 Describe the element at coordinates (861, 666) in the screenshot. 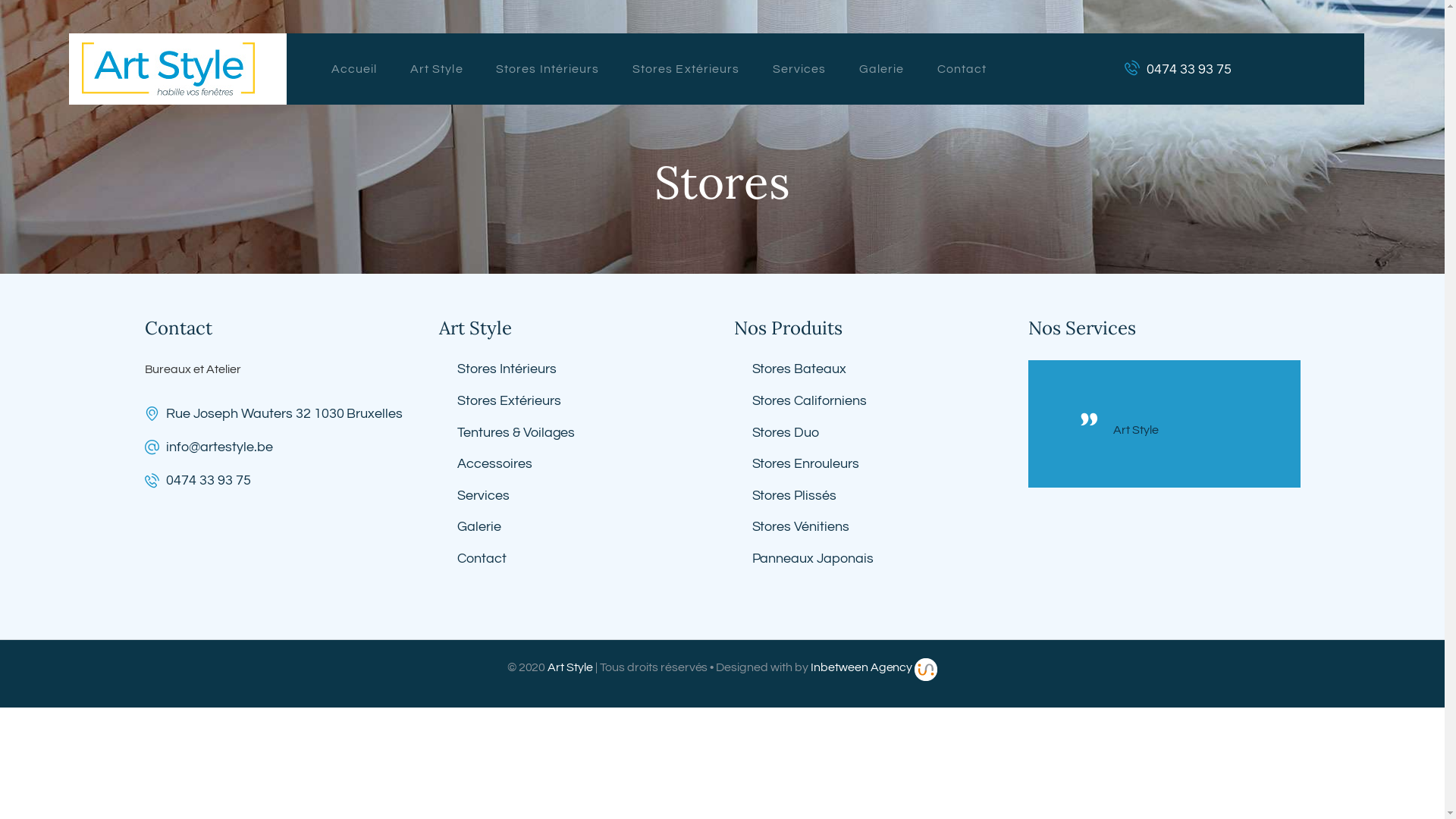

I see `'Inbetween Agency'` at that location.